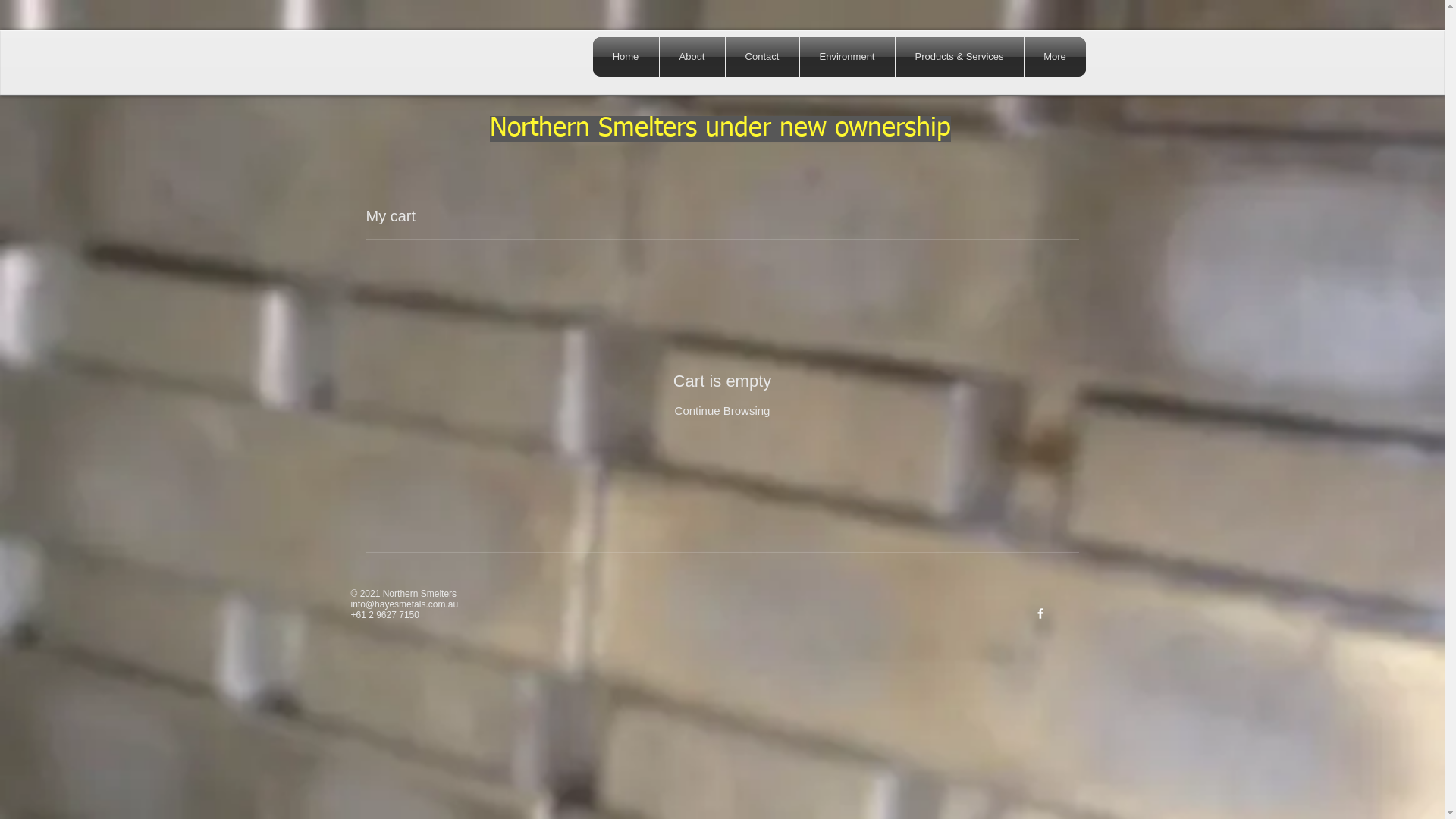 The image size is (1456, 819). Describe the element at coordinates (958, 55) in the screenshot. I see `'Products & Services'` at that location.